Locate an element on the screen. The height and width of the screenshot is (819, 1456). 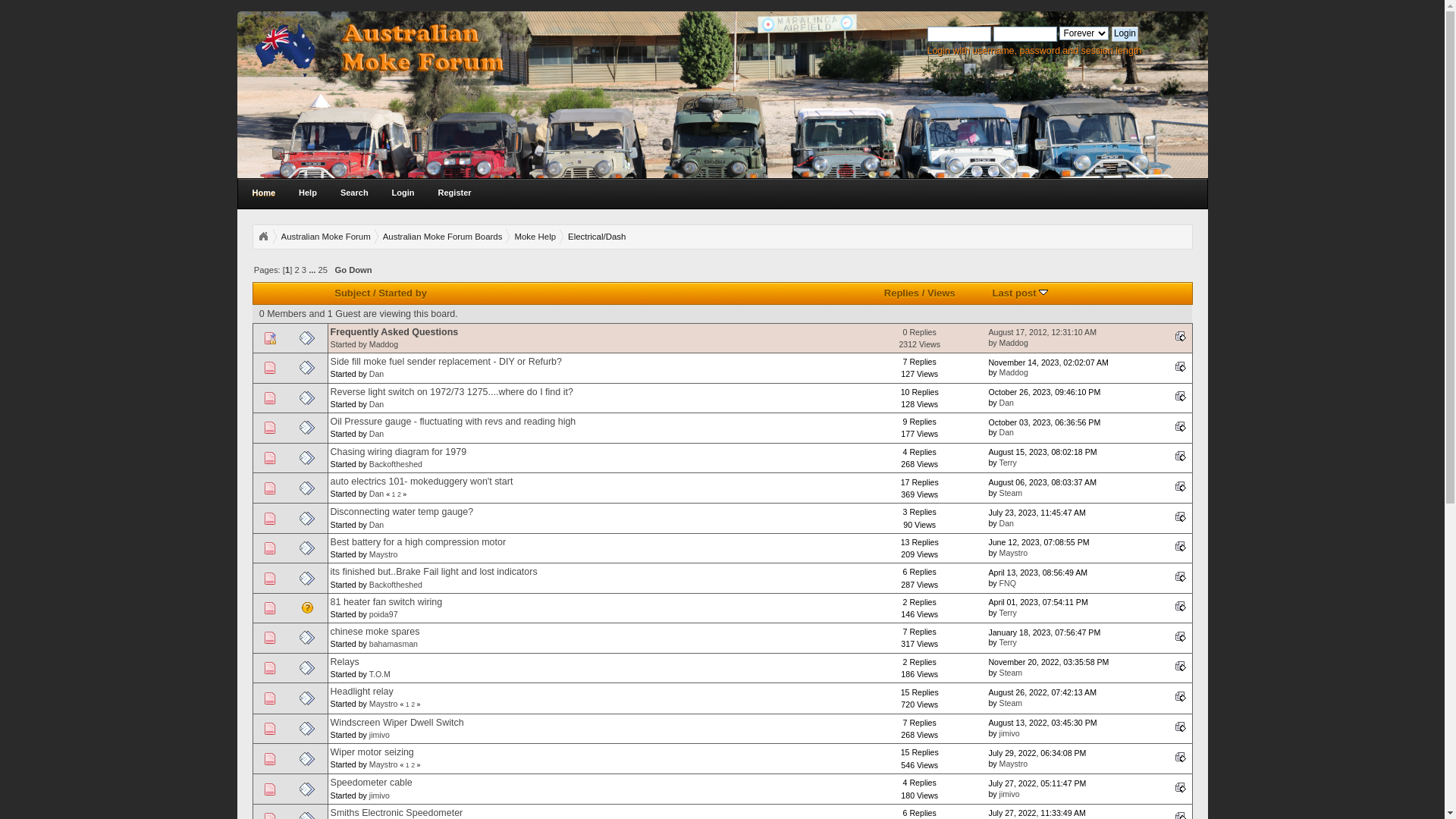
'Maystro' is located at coordinates (383, 764).